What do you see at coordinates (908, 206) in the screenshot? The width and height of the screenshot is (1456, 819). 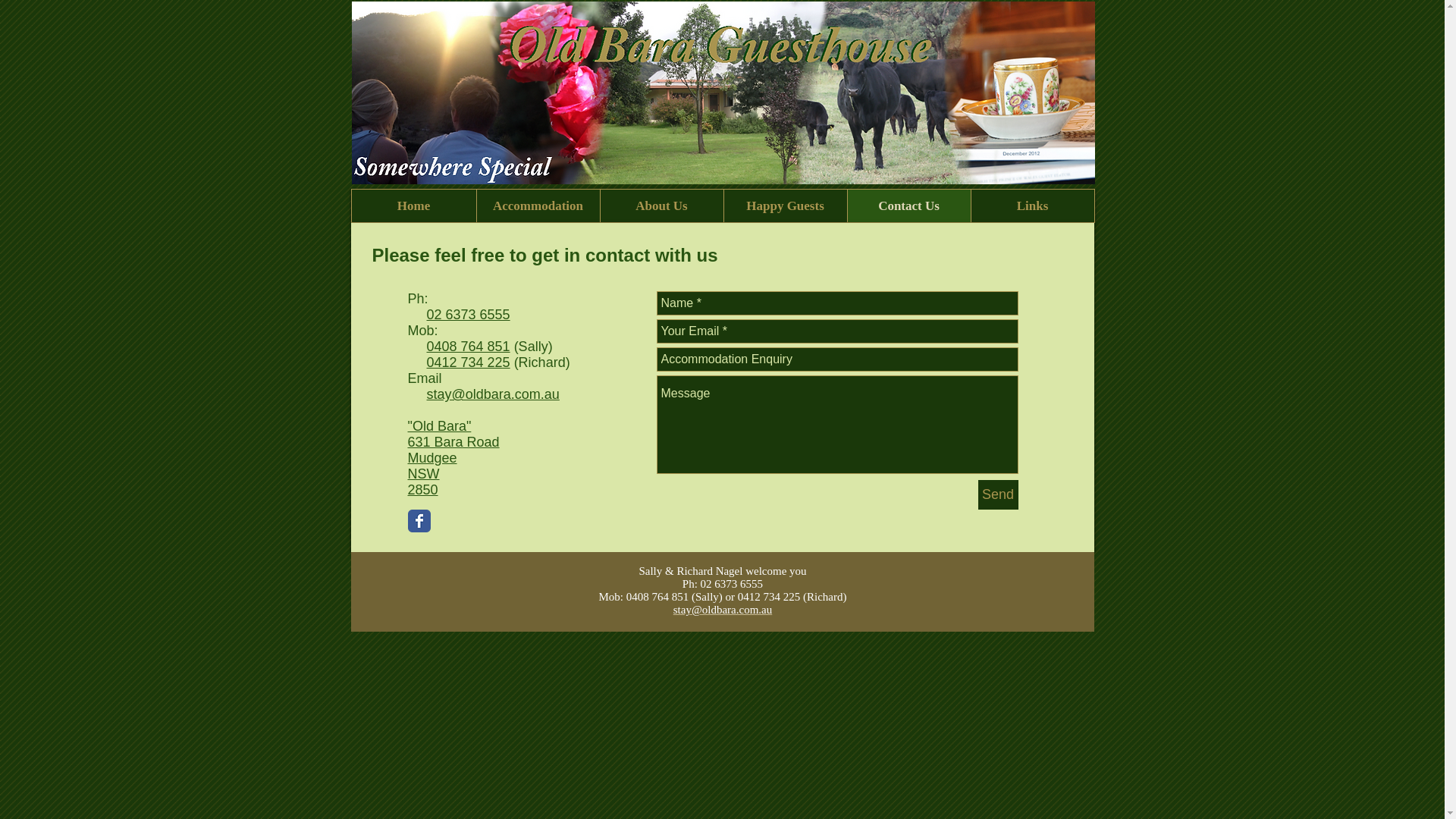 I see `'Contact Us'` at bounding box center [908, 206].